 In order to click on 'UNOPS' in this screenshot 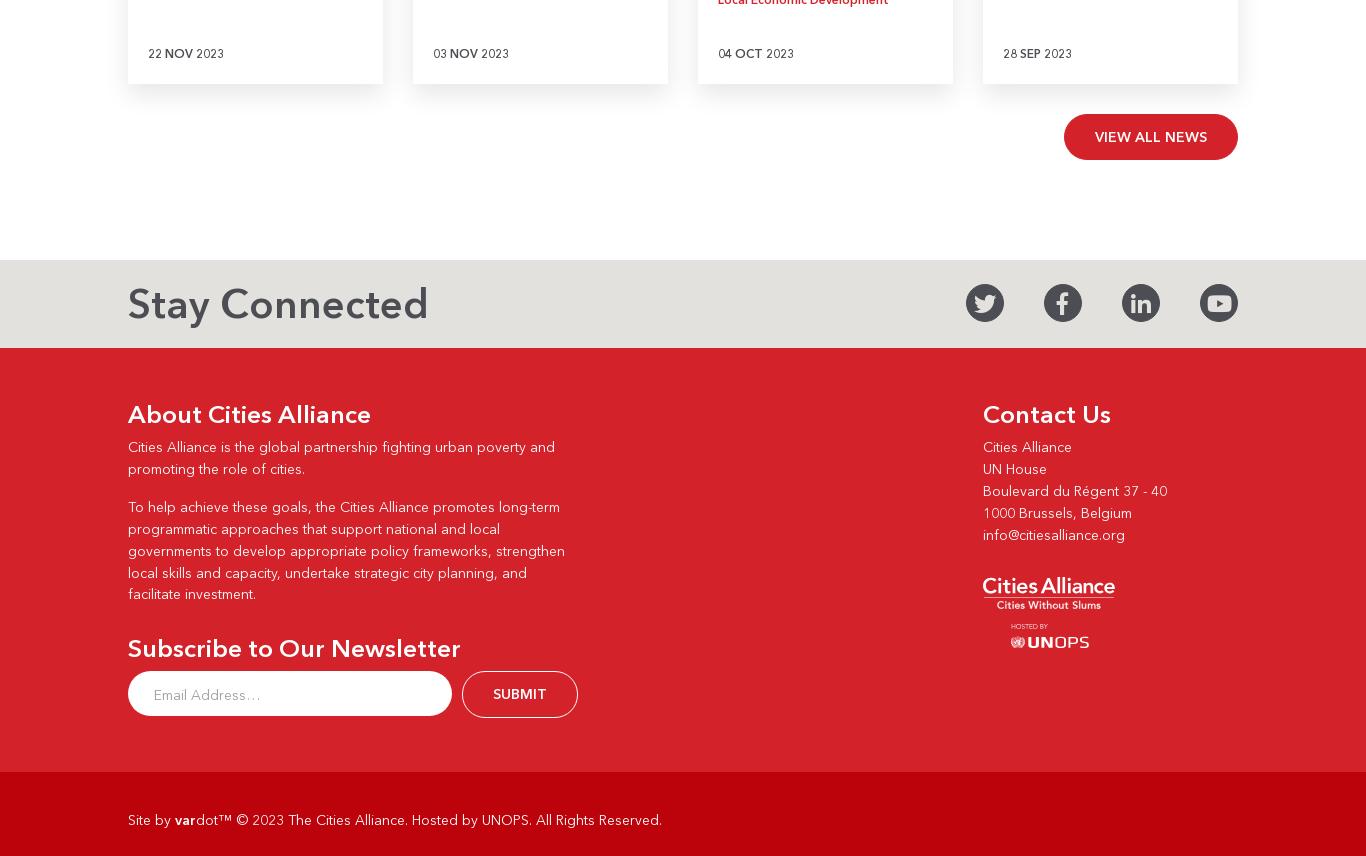, I will do `click(505, 819)`.